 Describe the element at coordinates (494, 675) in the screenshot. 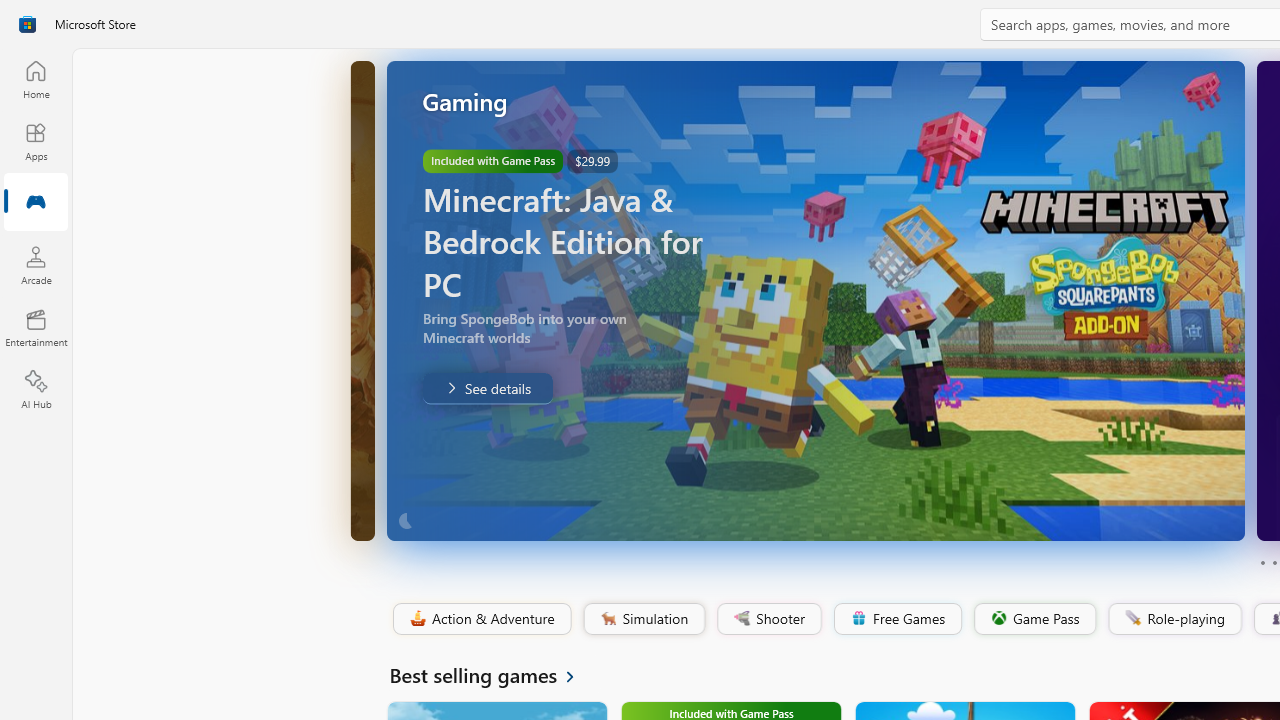

I see `'See all  Best selling games'` at that location.